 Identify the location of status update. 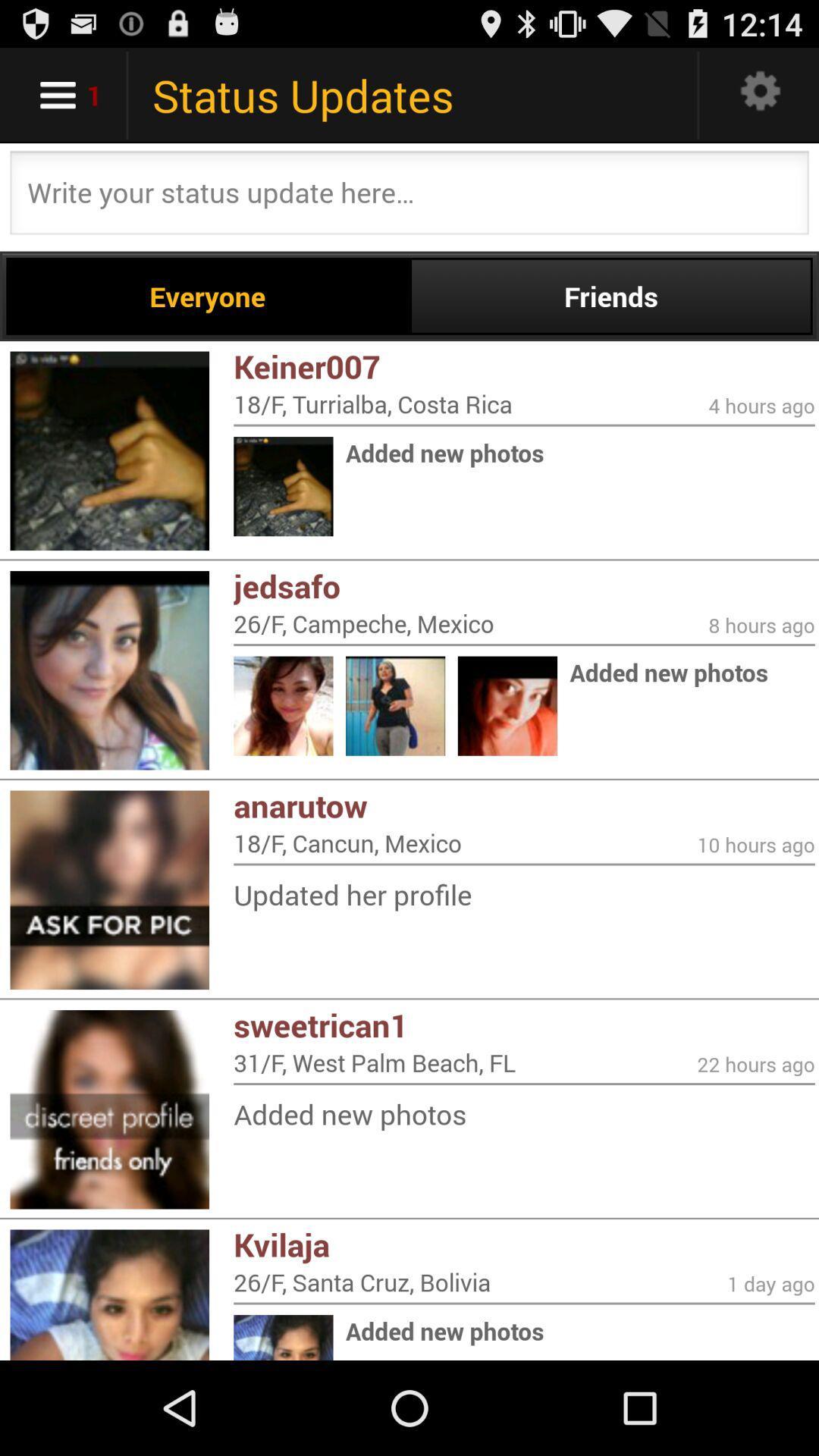
(409, 196).